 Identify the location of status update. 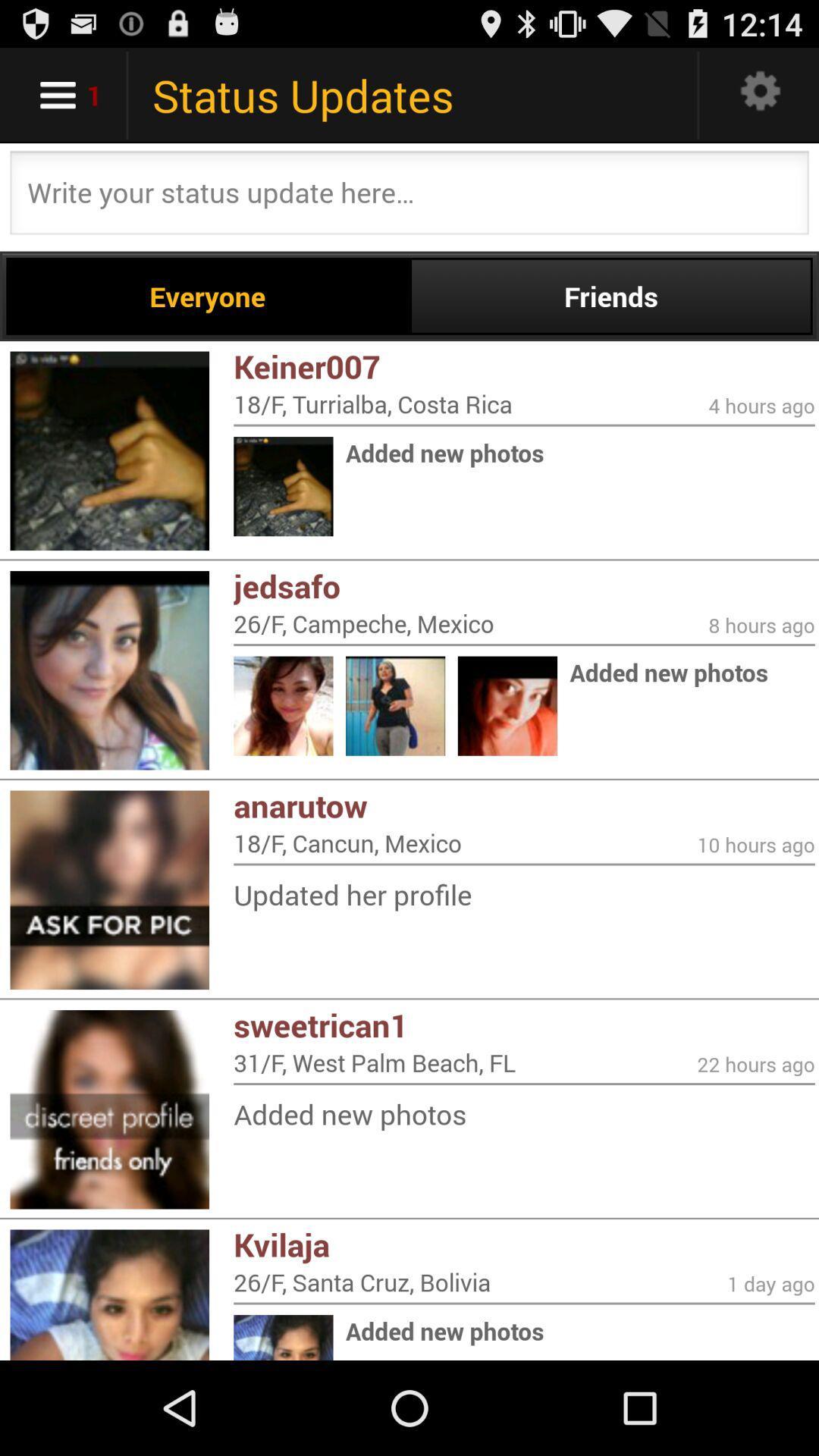
(409, 196).